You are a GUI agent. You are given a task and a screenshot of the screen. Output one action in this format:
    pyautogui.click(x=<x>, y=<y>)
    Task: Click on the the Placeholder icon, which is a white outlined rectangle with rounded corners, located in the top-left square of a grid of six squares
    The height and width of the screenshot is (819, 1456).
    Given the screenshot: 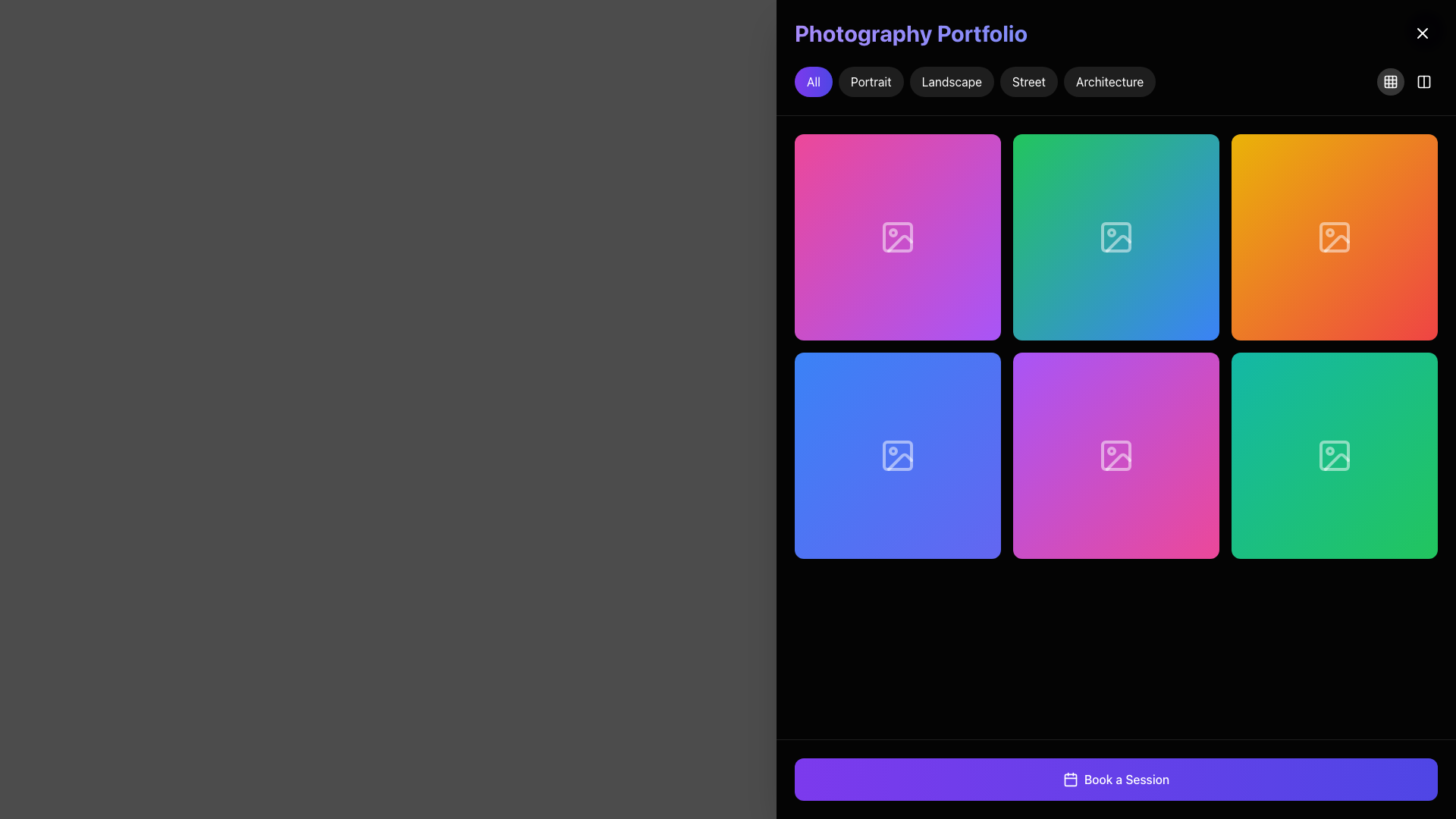 What is the action you would take?
    pyautogui.click(x=898, y=237)
    